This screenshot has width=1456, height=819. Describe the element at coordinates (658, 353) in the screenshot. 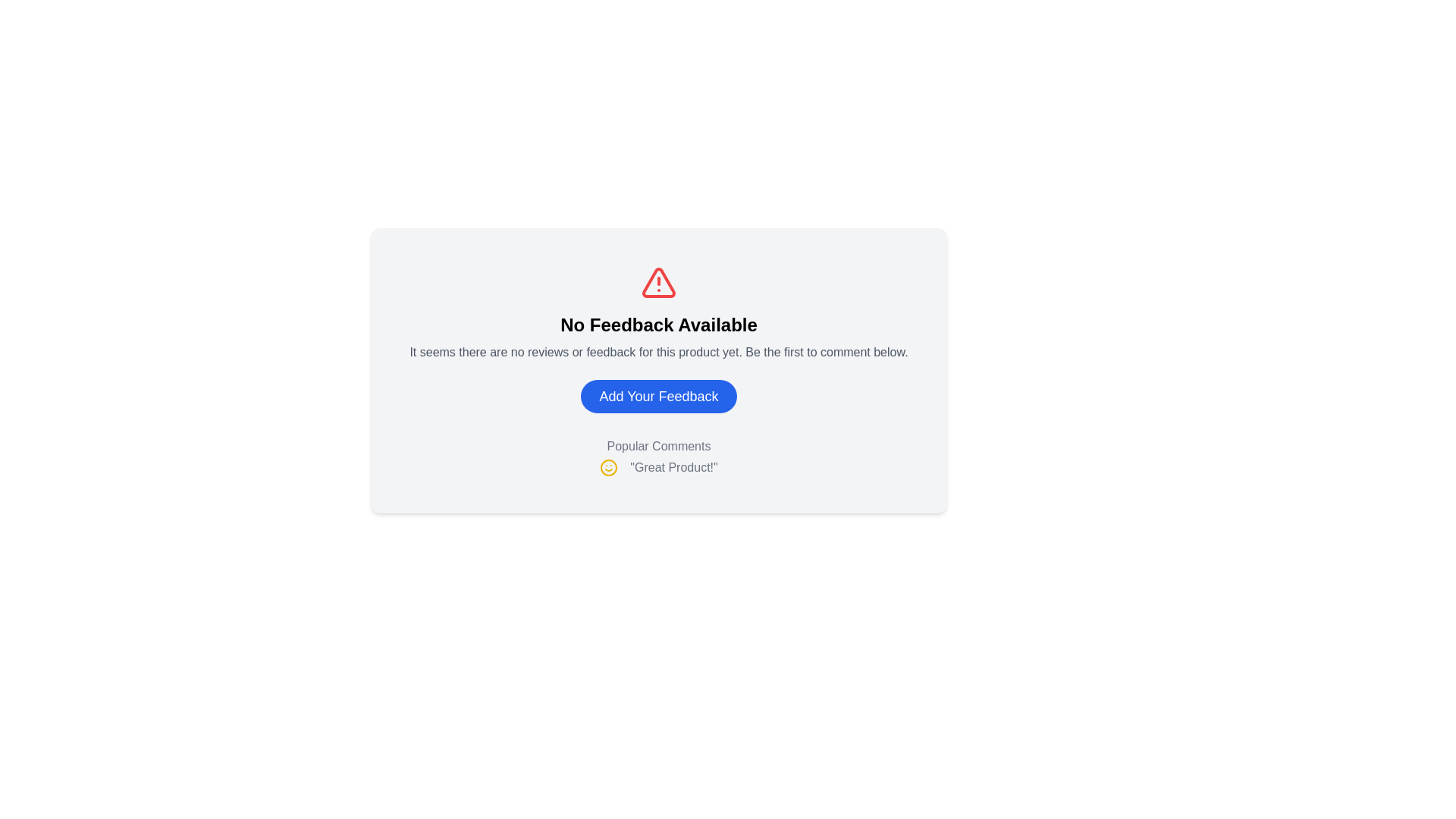

I see `the informational text element below the heading 'No Feedback Available'` at that location.